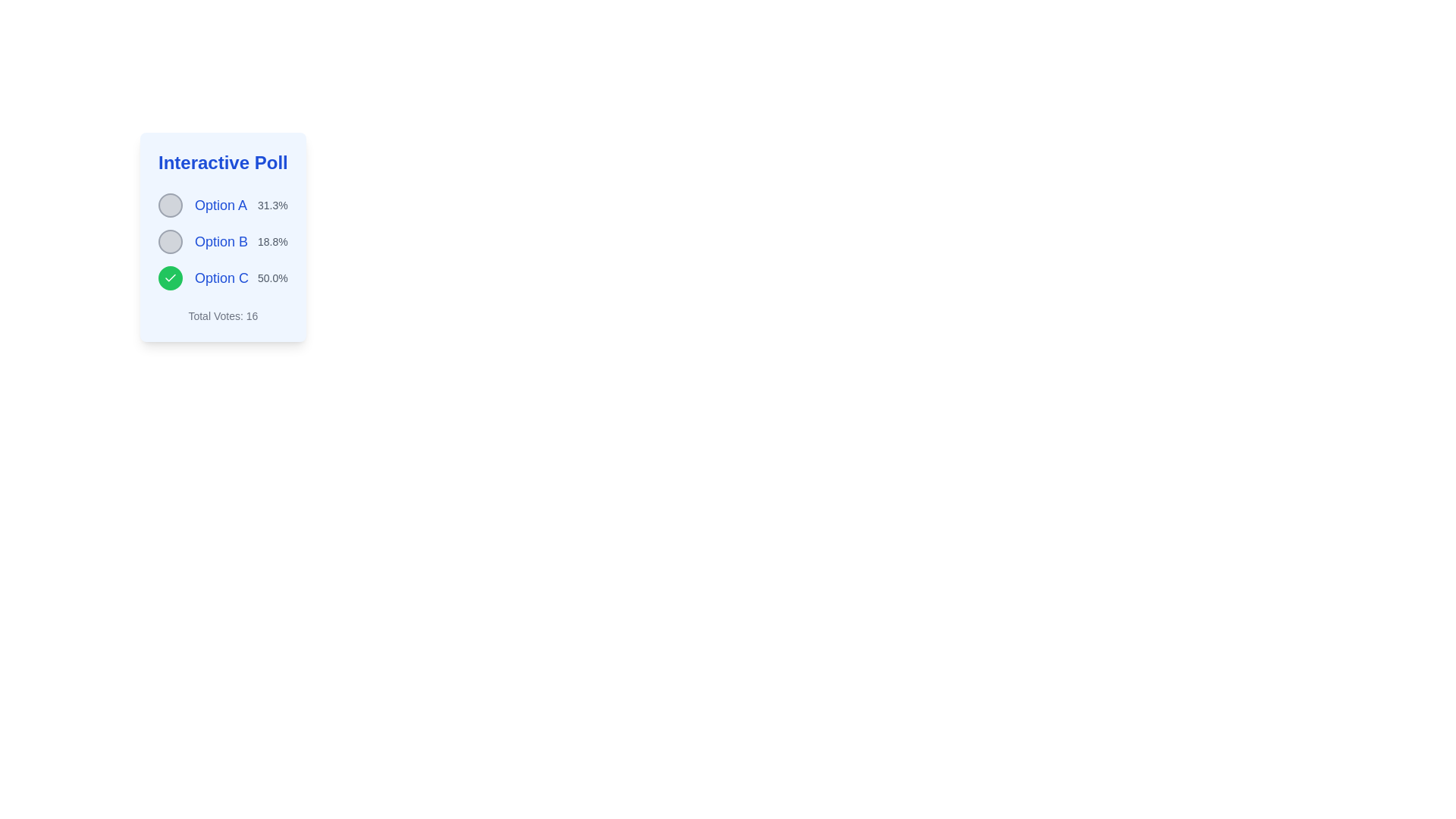 This screenshot has width=1456, height=819. I want to click on the circular radio button for 'Option A' in the poll, so click(202, 205).